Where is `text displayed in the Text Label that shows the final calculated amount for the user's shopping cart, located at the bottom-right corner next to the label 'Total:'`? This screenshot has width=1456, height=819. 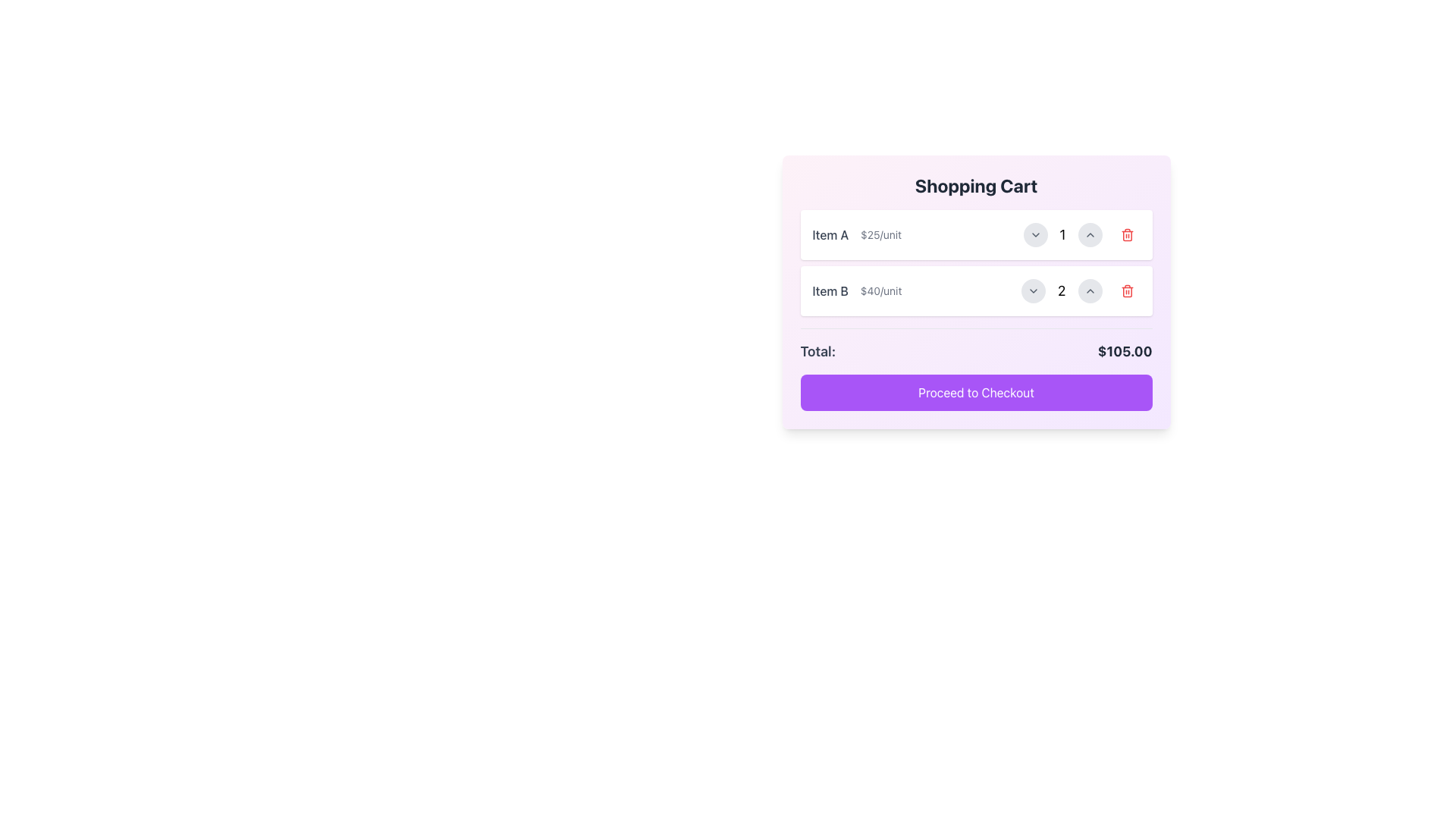 text displayed in the Text Label that shows the final calculated amount for the user's shopping cart, located at the bottom-right corner next to the label 'Total:' is located at coordinates (1125, 351).